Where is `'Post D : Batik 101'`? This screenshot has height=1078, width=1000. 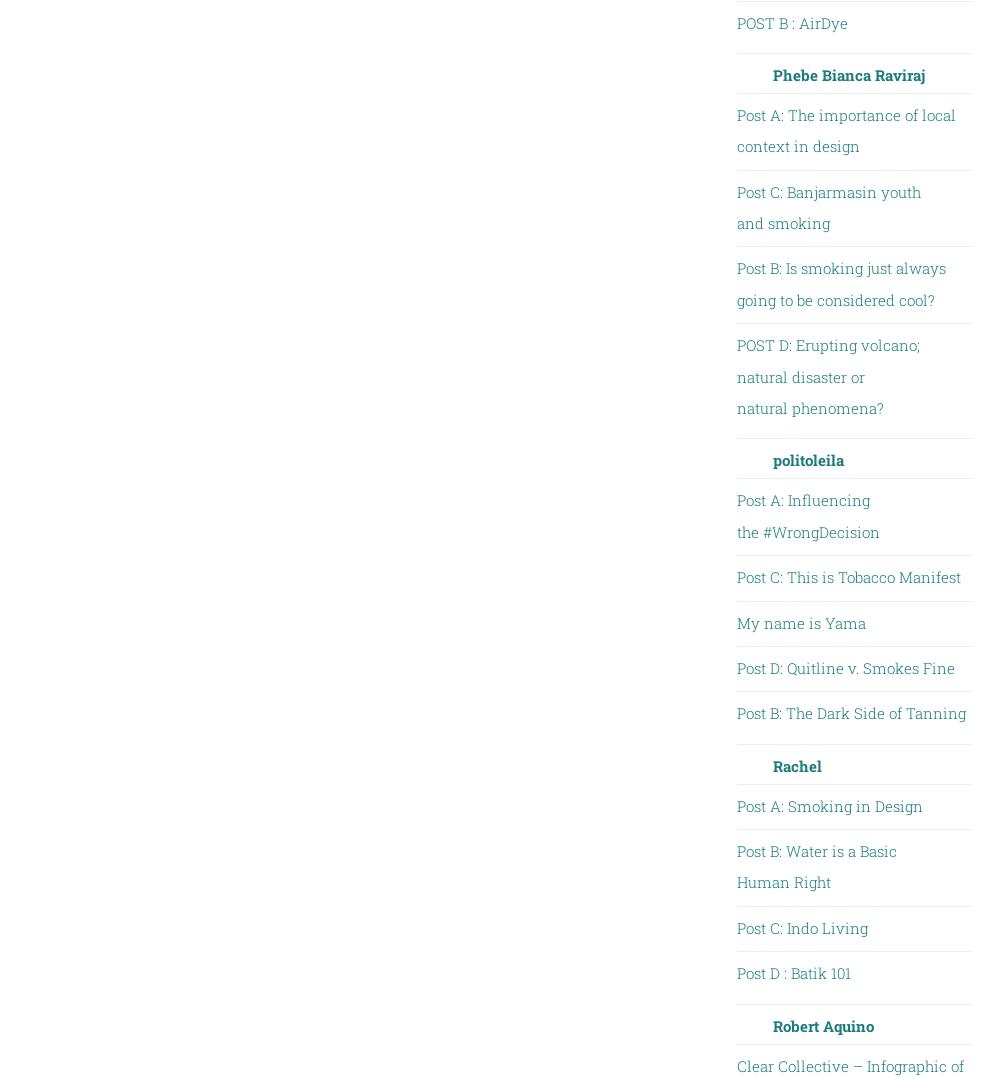 'Post D : Batik 101' is located at coordinates (735, 973).